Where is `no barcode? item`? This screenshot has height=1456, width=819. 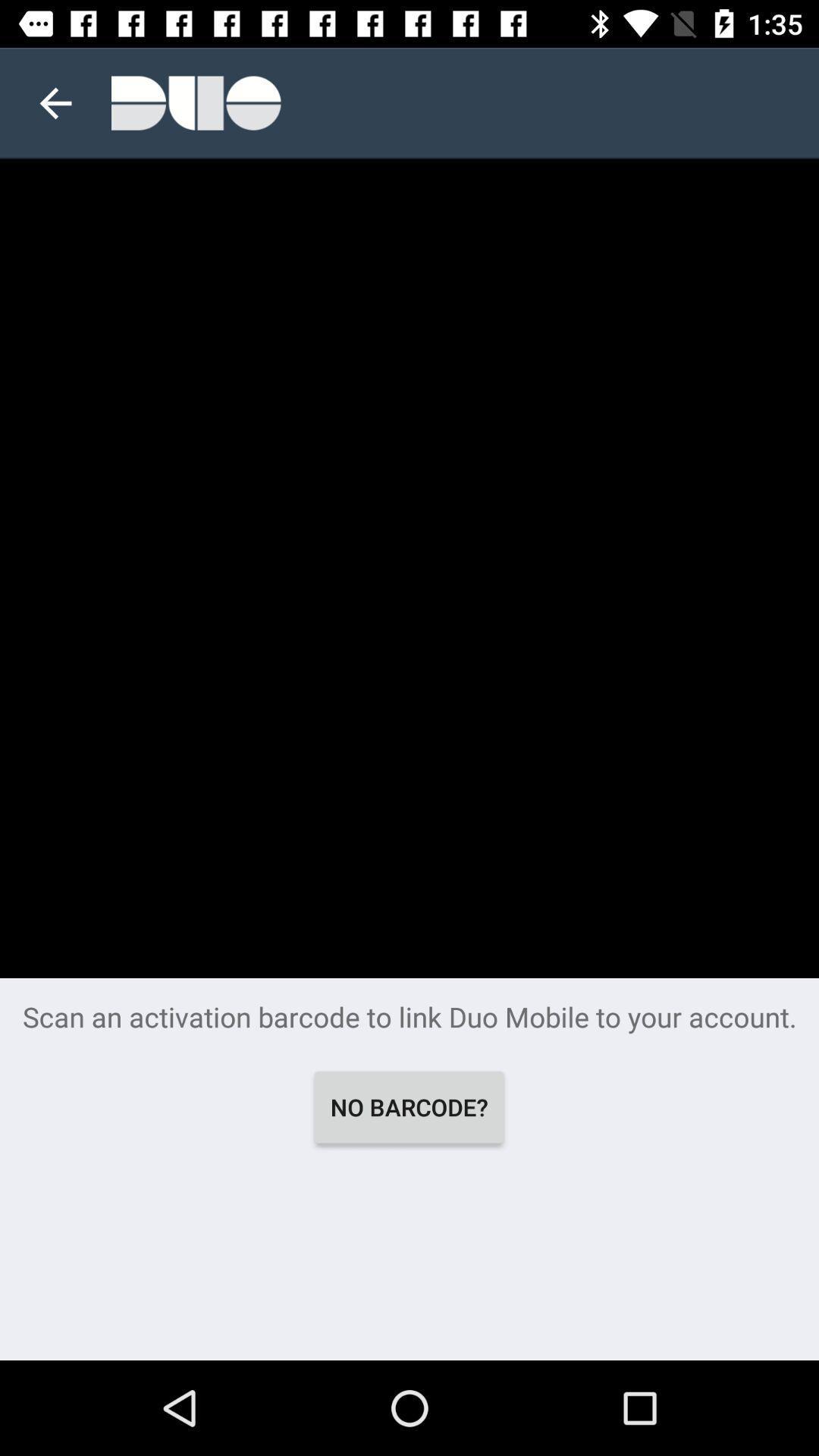
no barcode? item is located at coordinates (408, 1107).